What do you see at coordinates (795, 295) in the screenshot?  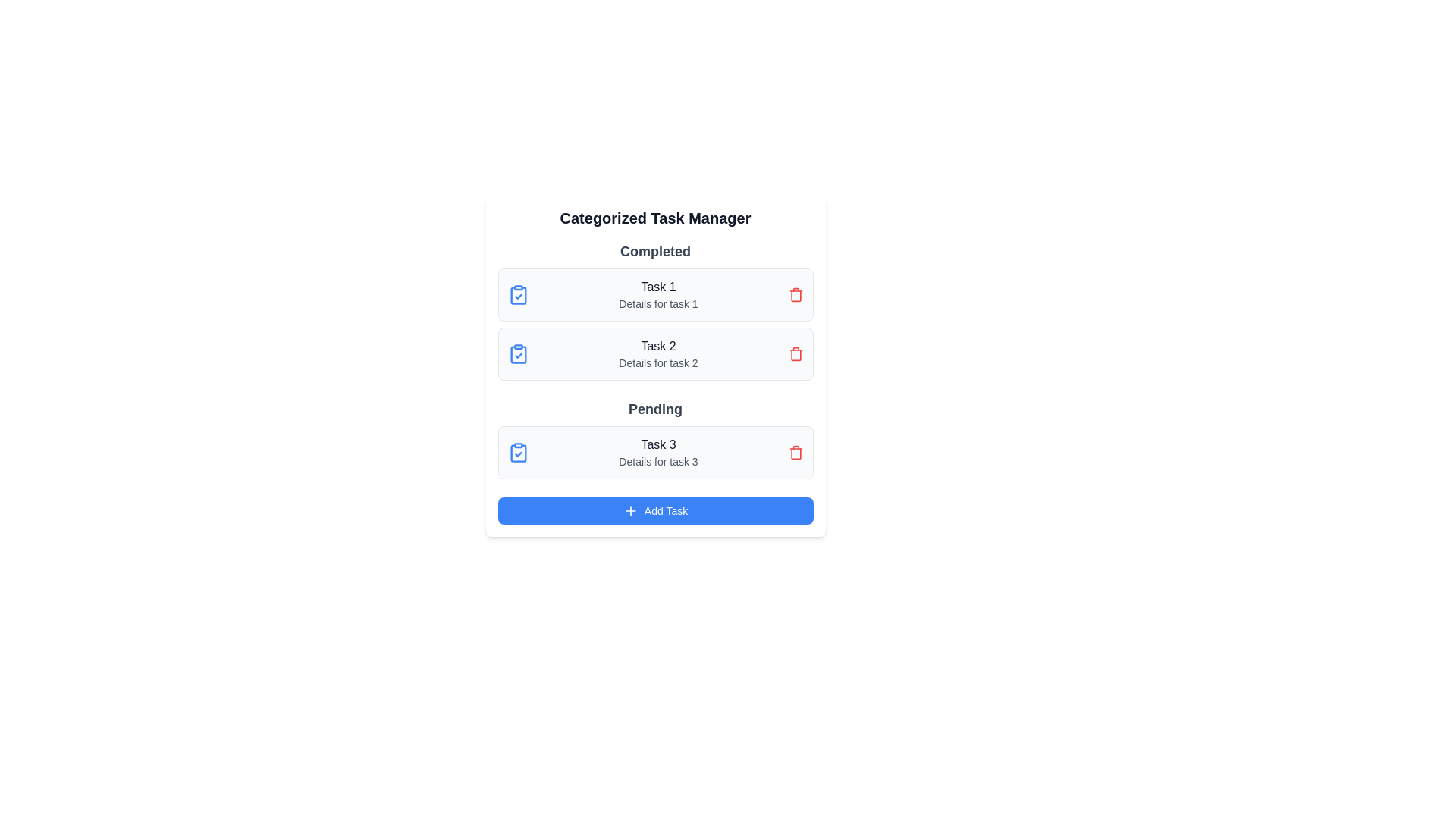 I see `the delete icon next to Task 1 to remove it` at bounding box center [795, 295].